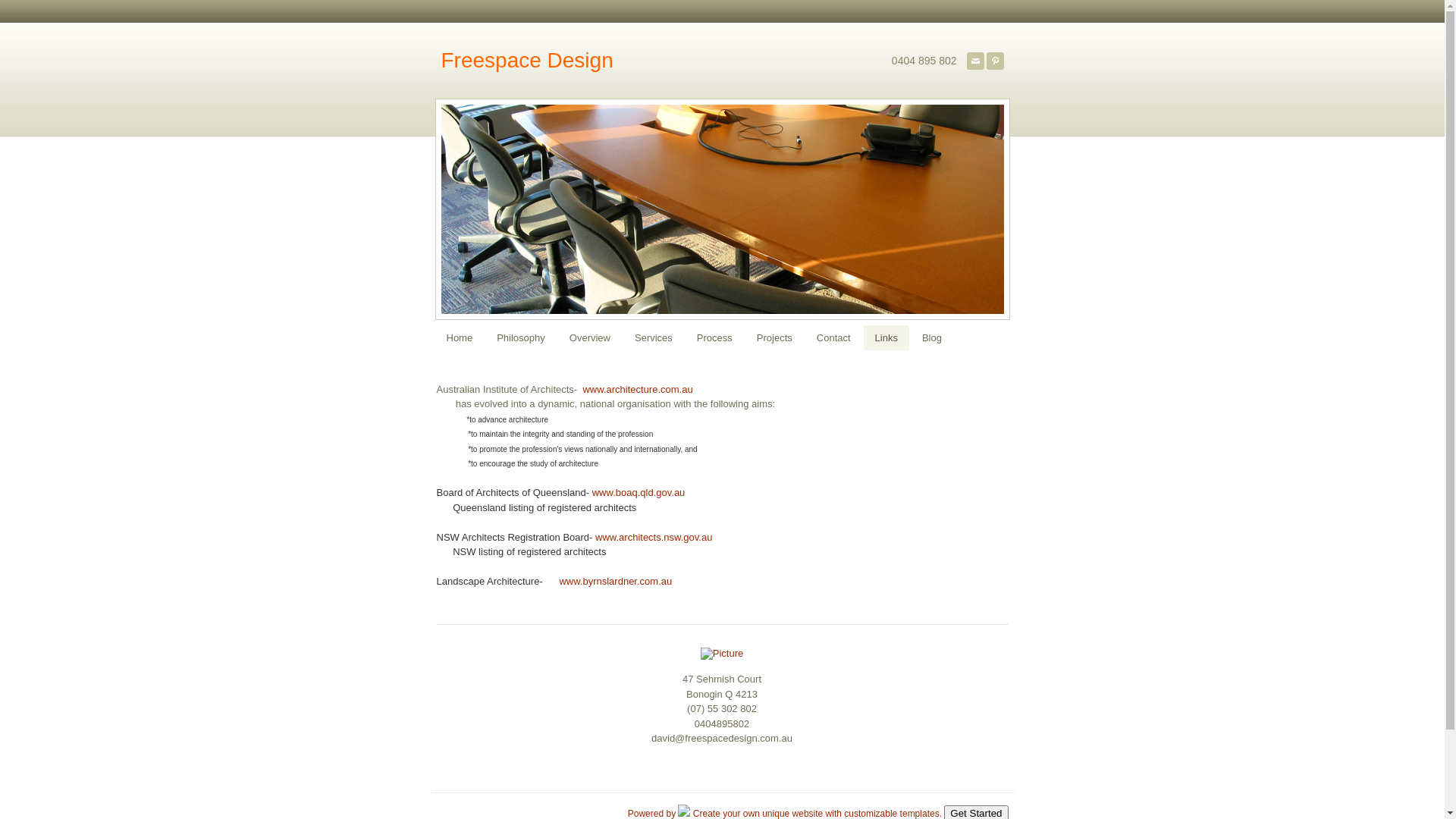  I want to click on 'www.architects.nsw.gov.au', so click(654, 535).